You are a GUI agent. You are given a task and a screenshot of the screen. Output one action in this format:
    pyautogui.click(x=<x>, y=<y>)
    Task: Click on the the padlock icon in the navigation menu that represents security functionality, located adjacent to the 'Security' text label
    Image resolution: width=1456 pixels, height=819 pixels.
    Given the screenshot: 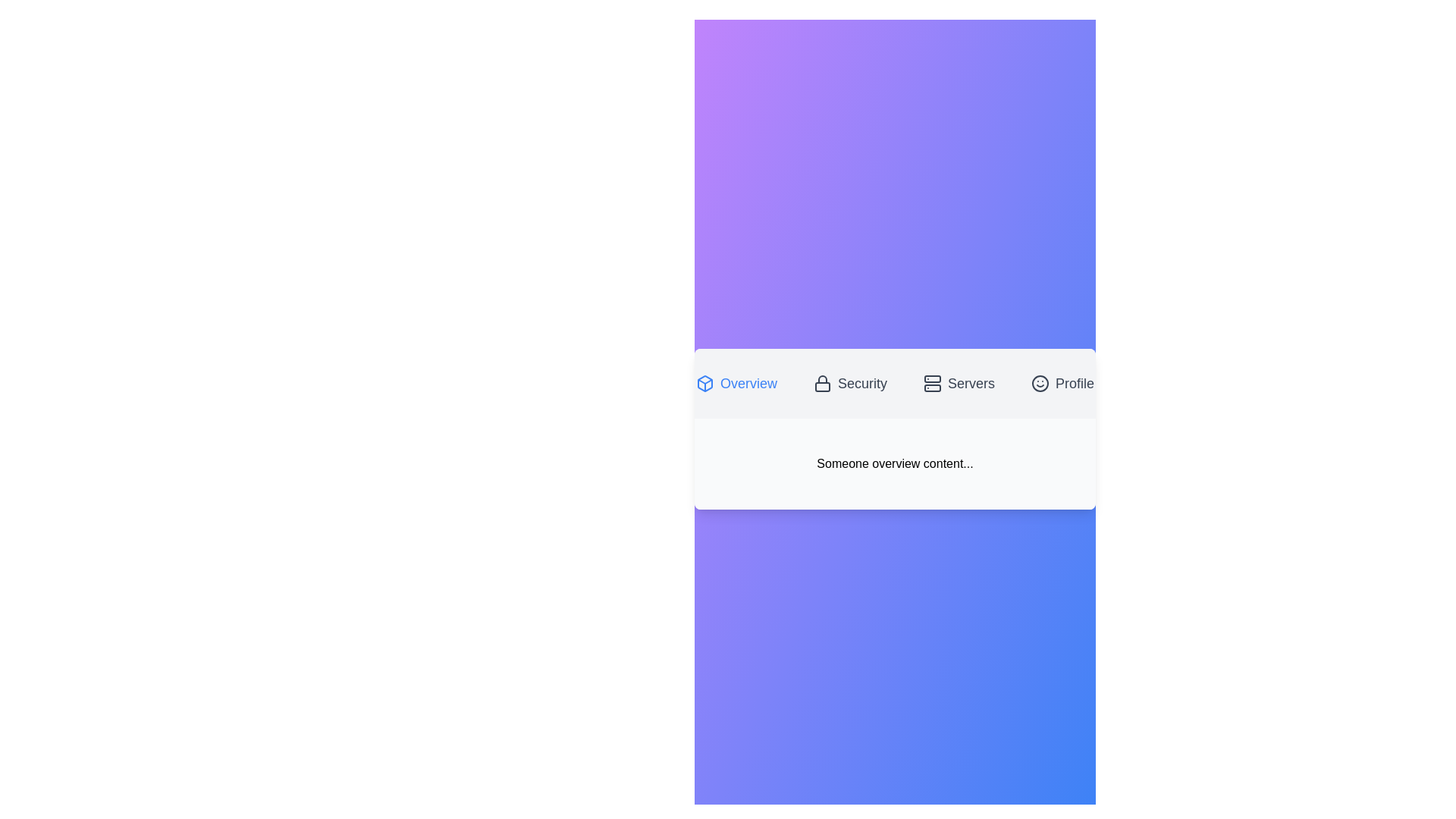 What is the action you would take?
    pyautogui.click(x=821, y=382)
    